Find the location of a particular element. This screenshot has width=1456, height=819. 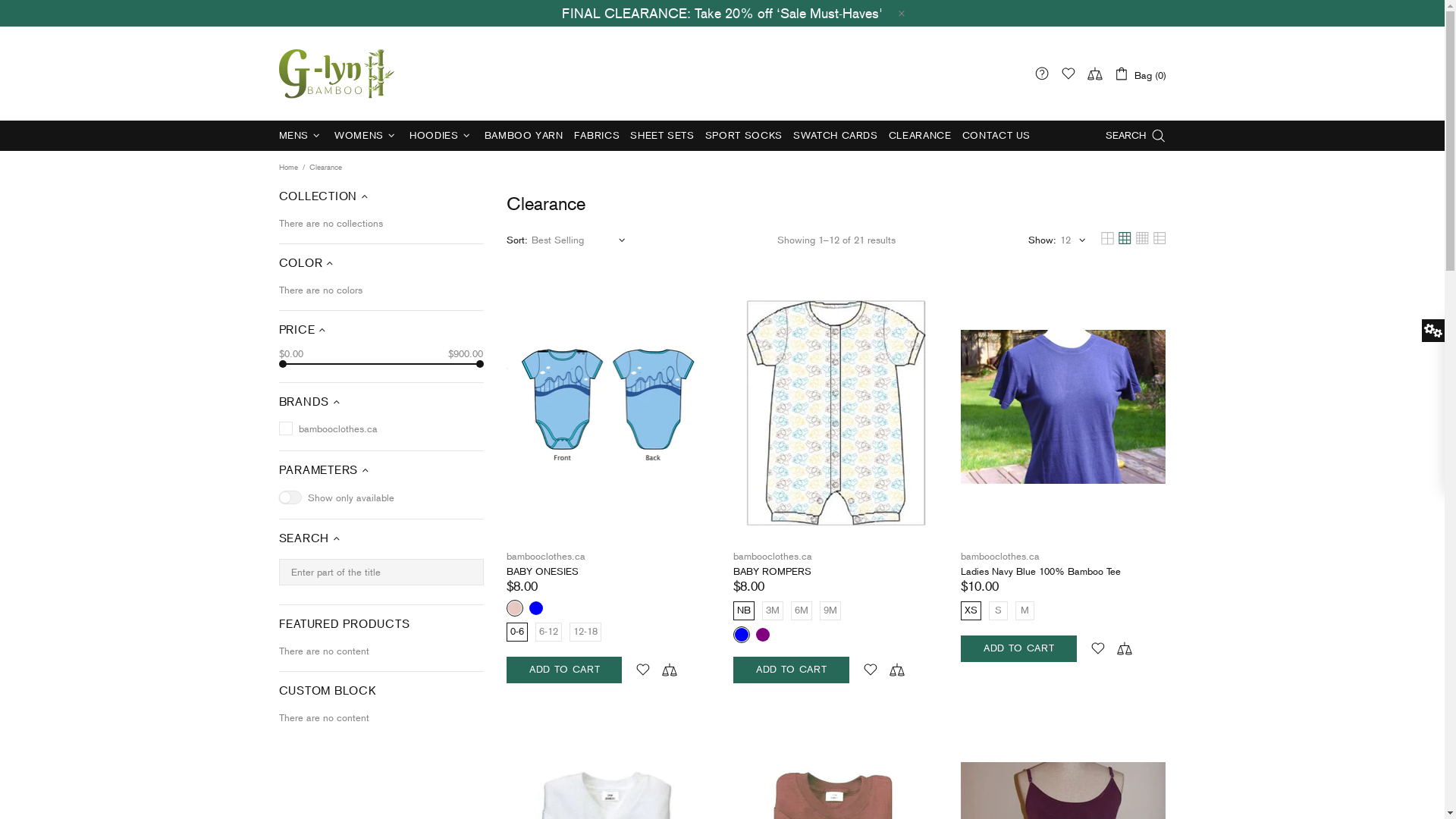

'Ladies Navy Blue 100% Bamboo Tee' is located at coordinates (960, 571).